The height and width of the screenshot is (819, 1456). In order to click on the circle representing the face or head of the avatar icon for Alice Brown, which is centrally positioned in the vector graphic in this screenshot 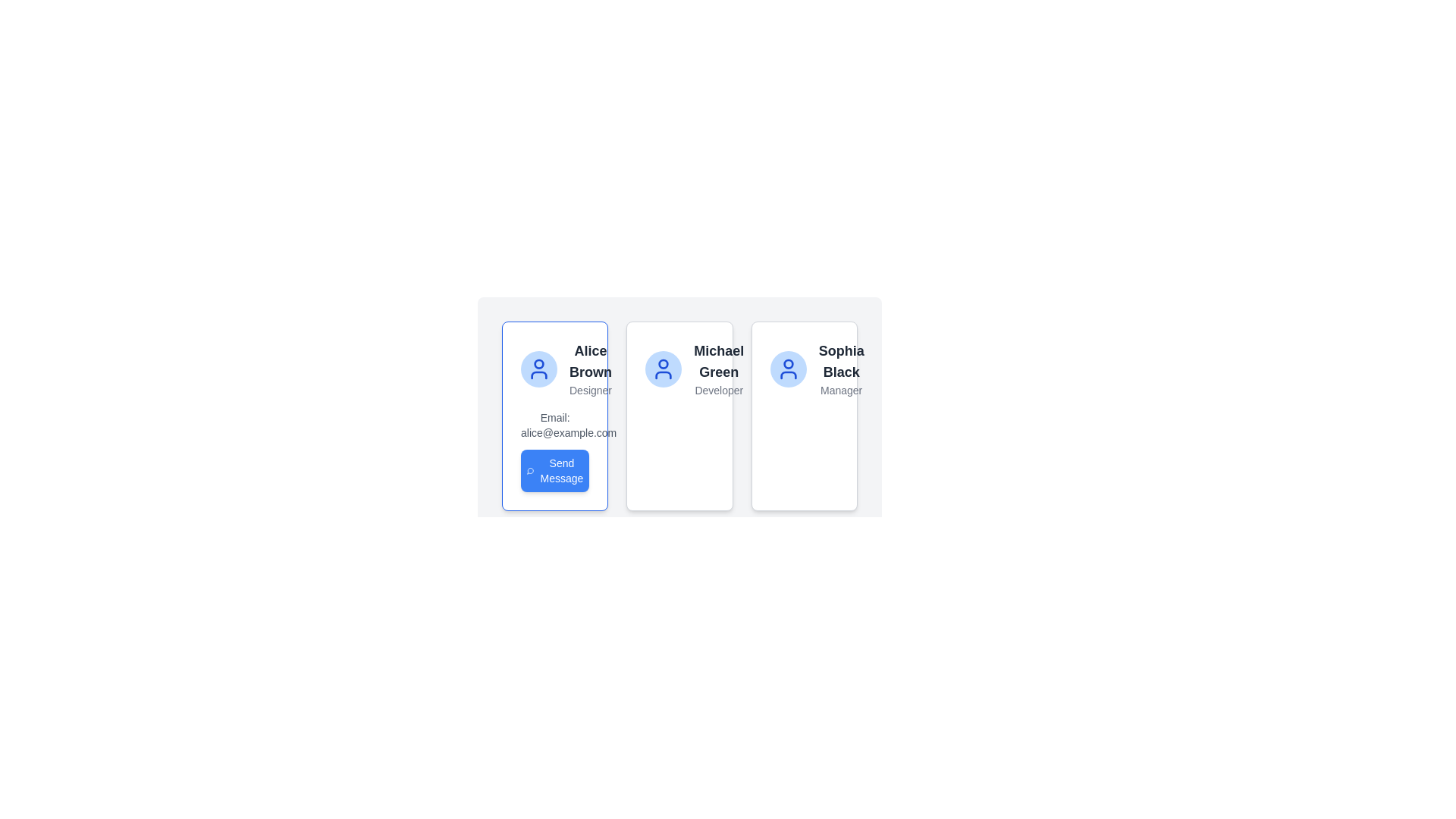, I will do `click(538, 363)`.